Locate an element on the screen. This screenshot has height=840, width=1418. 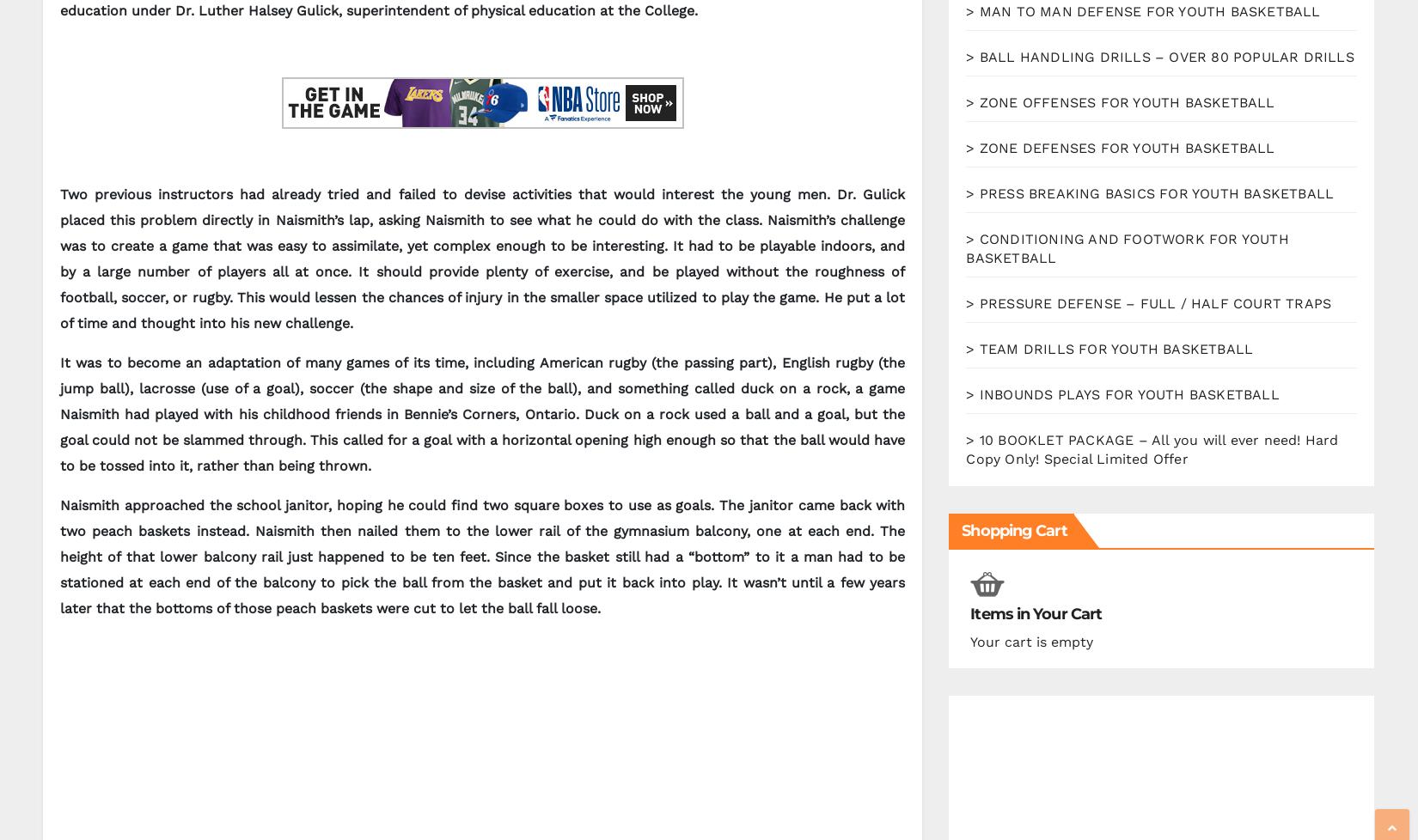
'> PRESS BREAKING BASICS FOR YOUTH BASKETBALL' is located at coordinates (1148, 193).